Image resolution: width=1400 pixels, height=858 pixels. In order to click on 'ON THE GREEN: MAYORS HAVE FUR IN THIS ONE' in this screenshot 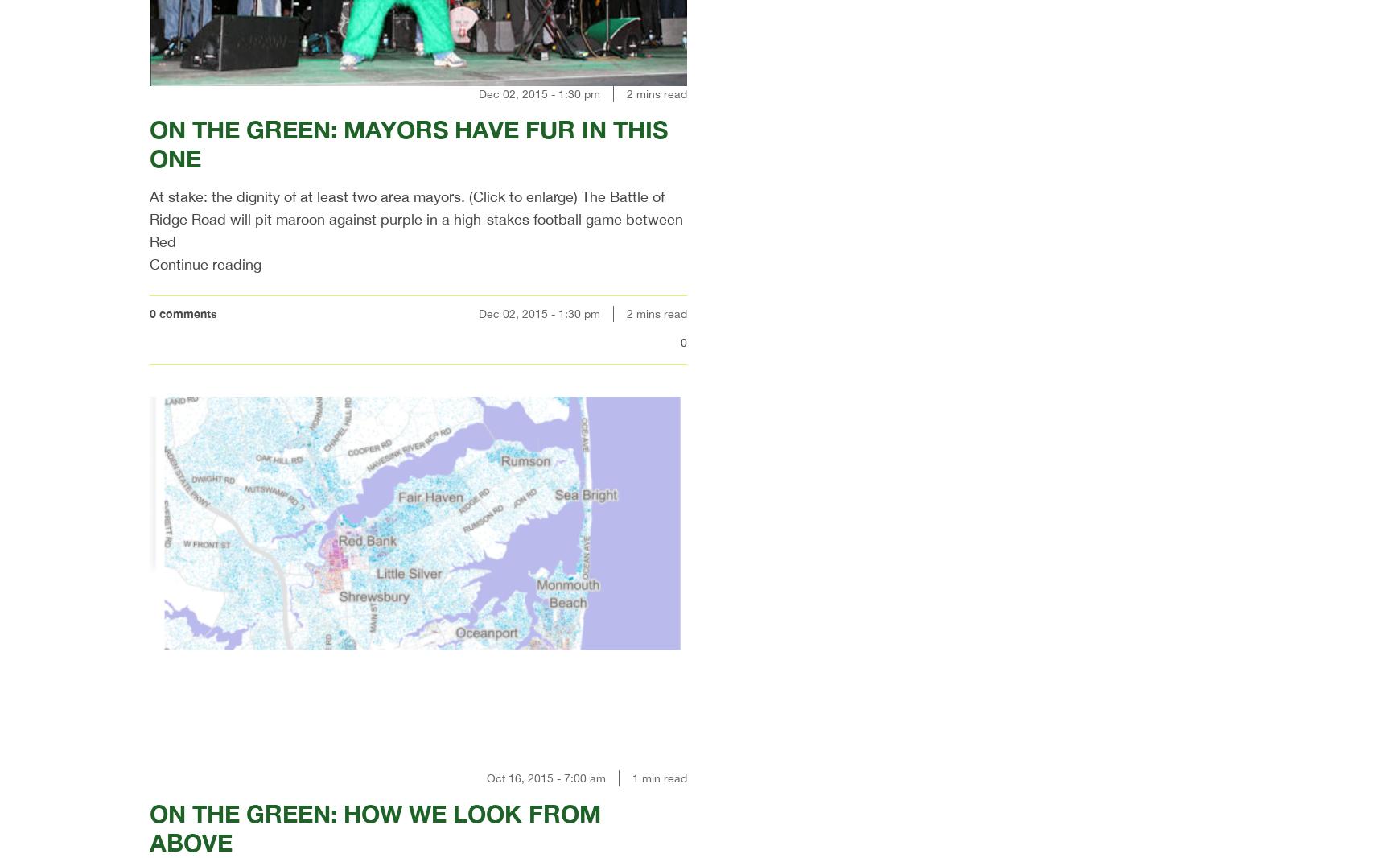, I will do `click(408, 142)`.